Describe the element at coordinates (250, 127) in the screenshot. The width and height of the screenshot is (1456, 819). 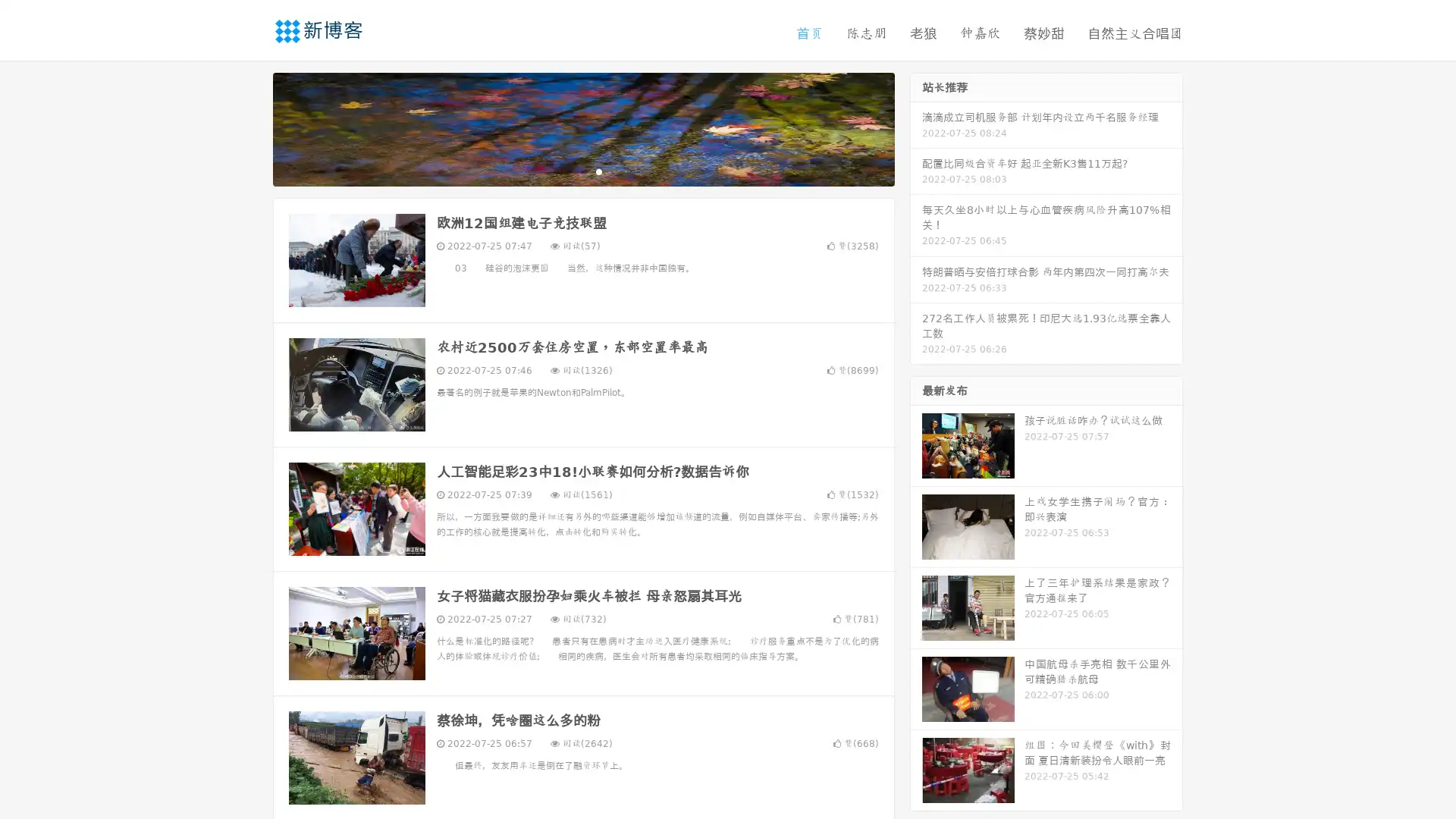
I see `Previous slide` at that location.